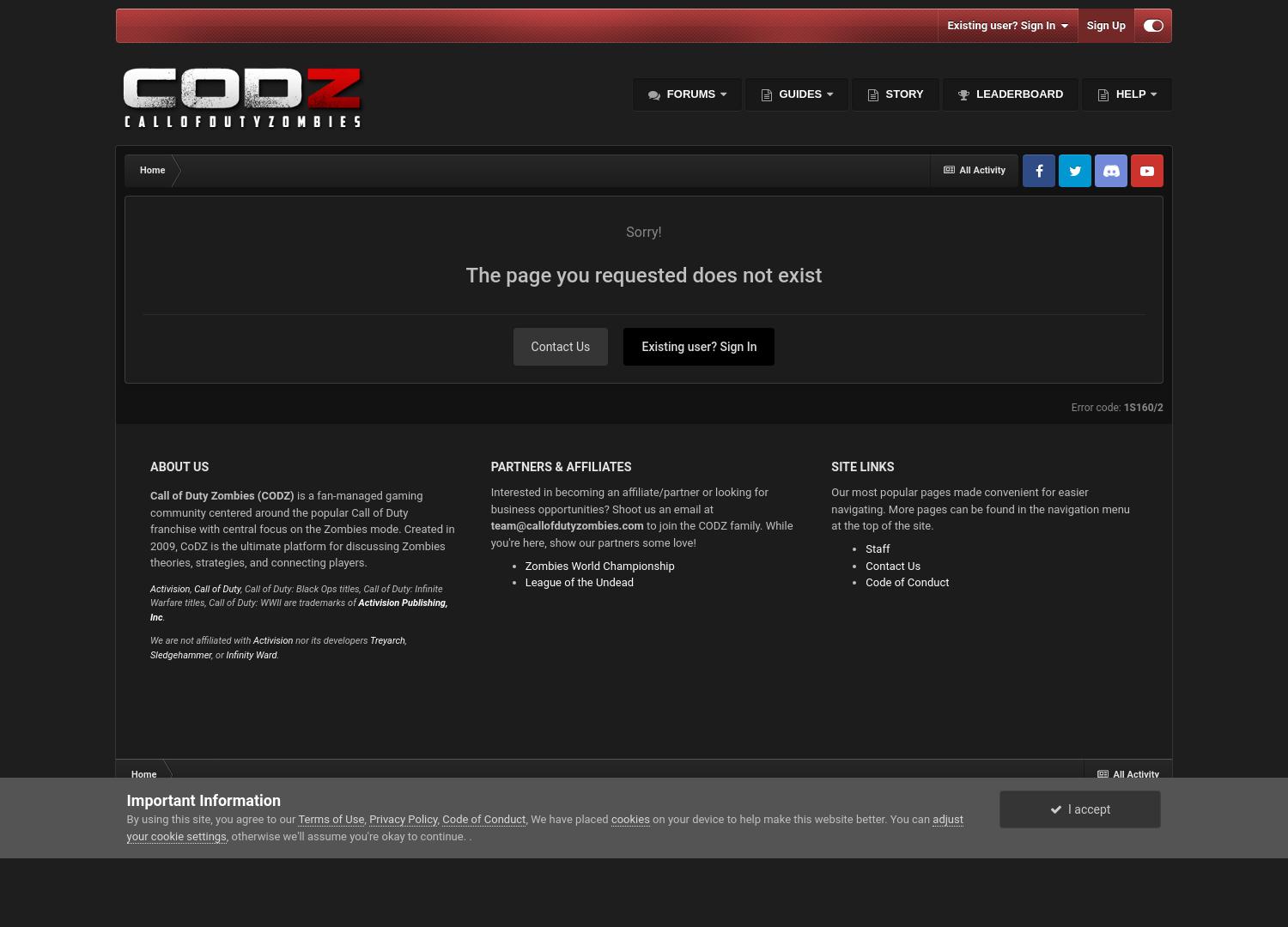  What do you see at coordinates (1113, 94) in the screenshot?
I see `'Help'` at bounding box center [1113, 94].